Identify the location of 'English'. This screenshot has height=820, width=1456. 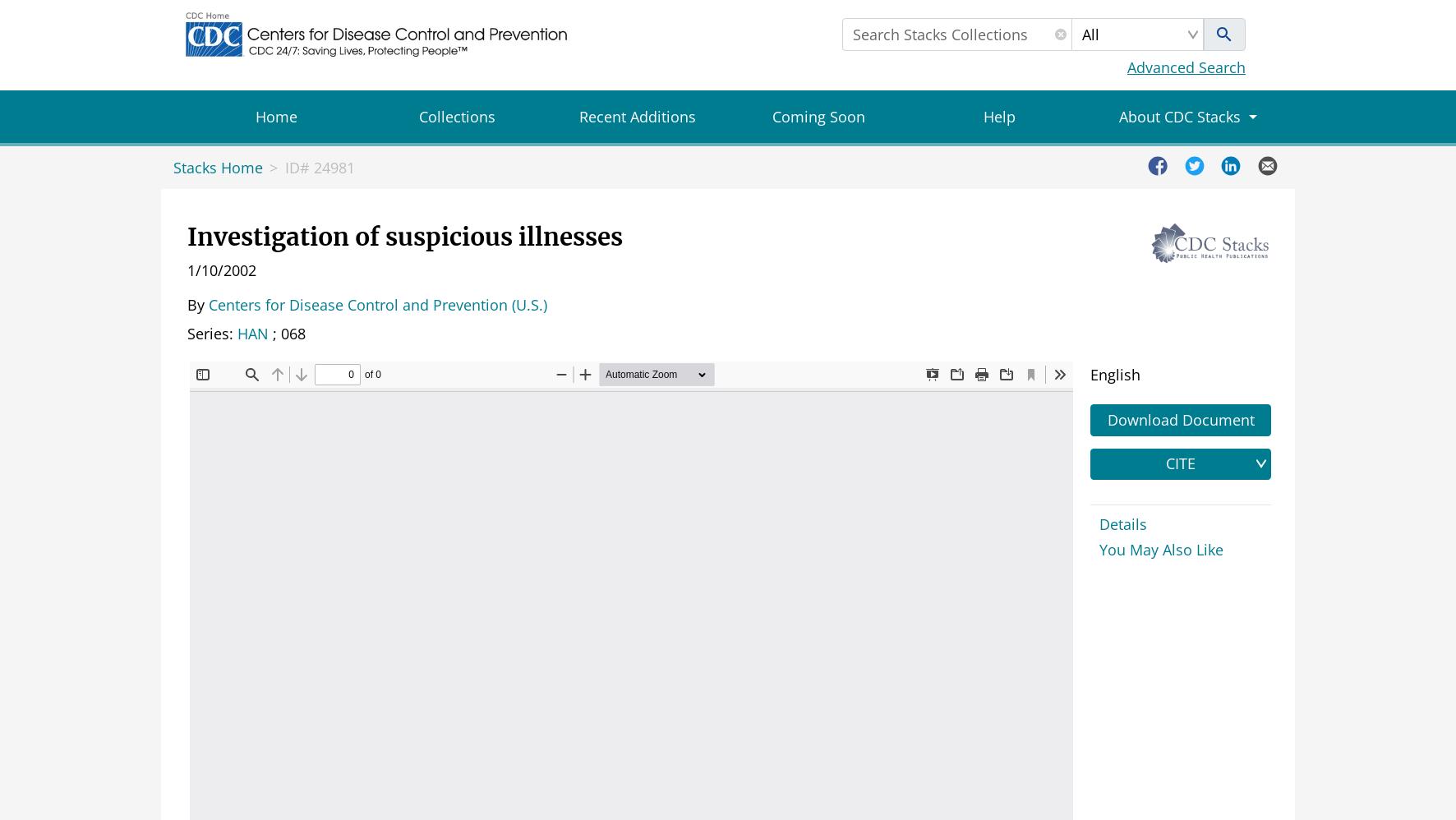
(1090, 372).